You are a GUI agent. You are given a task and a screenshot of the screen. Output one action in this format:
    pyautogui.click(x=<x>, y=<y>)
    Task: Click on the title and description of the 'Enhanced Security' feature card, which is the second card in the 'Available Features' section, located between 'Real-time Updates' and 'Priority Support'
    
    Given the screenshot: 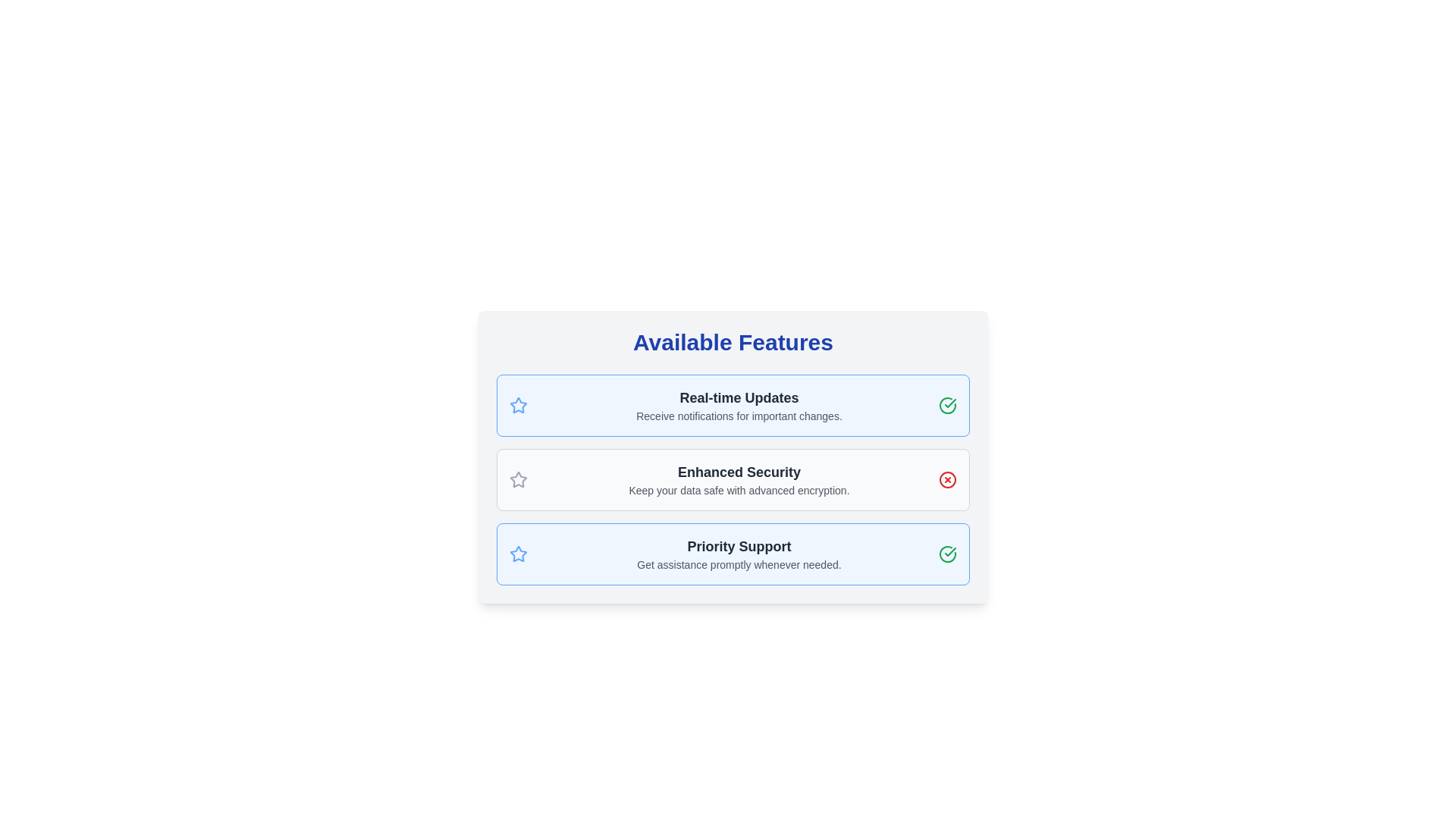 What is the action you would take?
    pyautogui.click(x=733, y=479)
    